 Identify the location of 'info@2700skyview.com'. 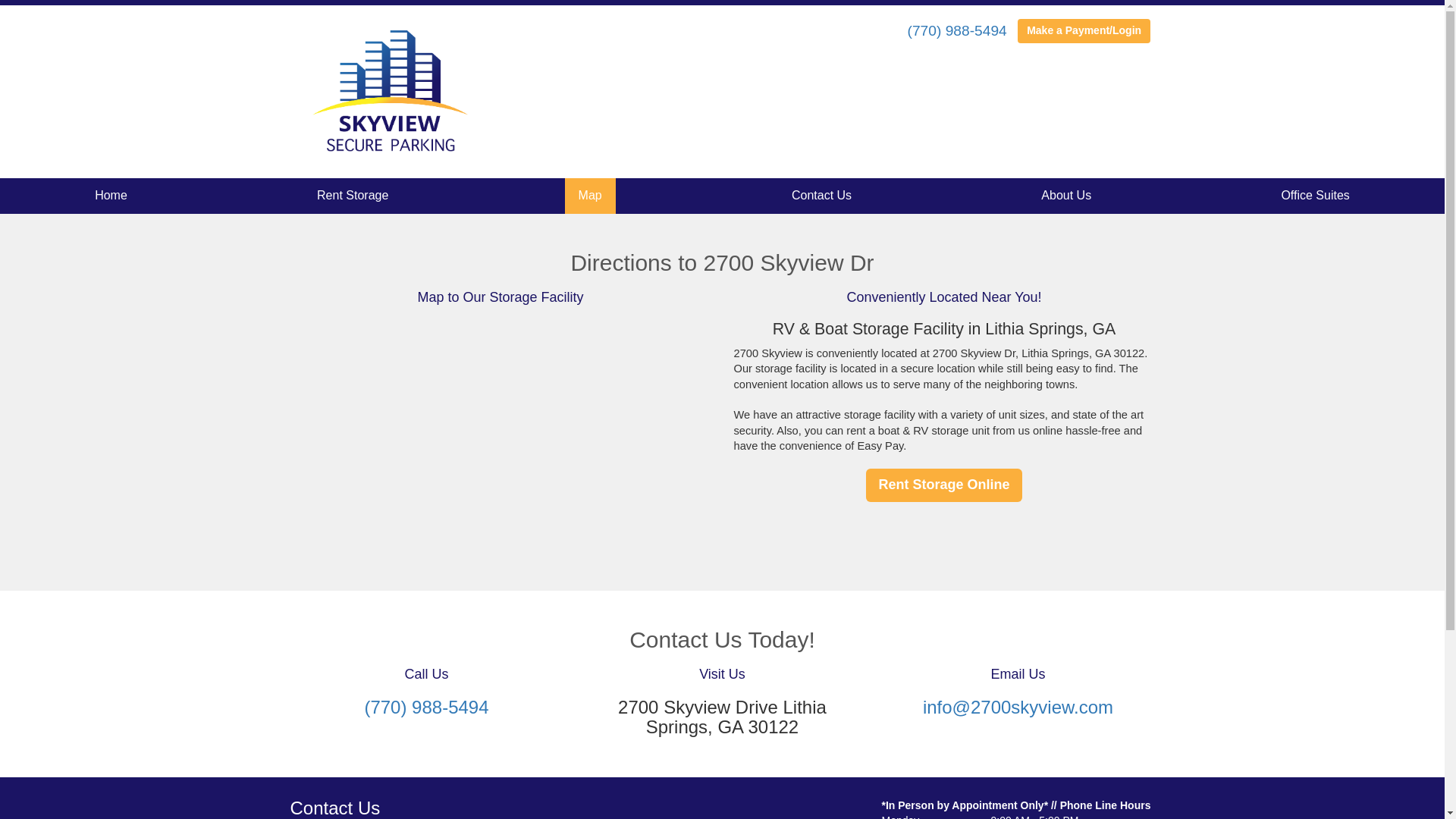
(1018, 707).